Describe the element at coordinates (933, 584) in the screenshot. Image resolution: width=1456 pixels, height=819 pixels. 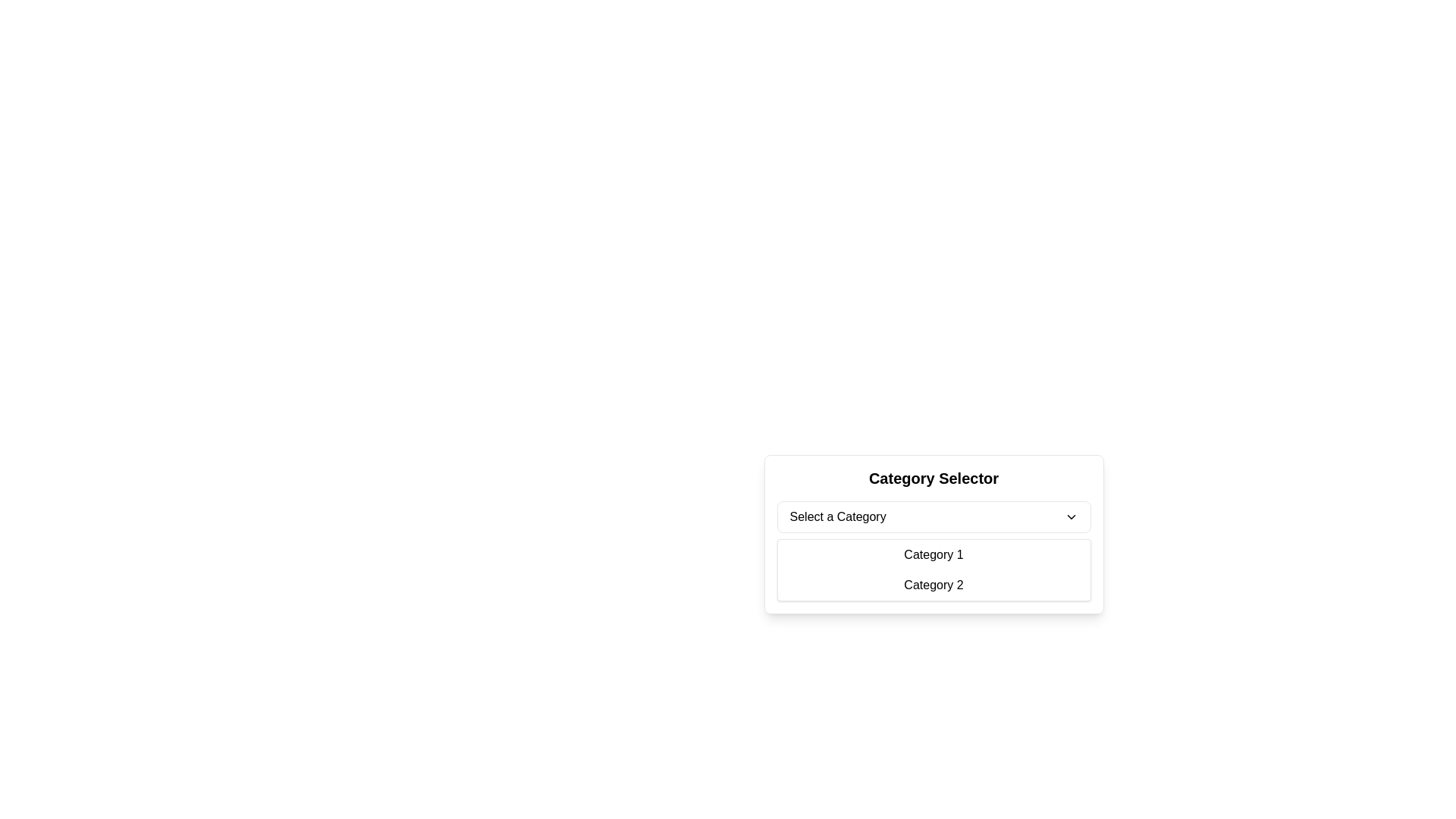
I see `the dropdown menu option labeled 'Category 2' by tapping on it for selection on touch devices` at that location.